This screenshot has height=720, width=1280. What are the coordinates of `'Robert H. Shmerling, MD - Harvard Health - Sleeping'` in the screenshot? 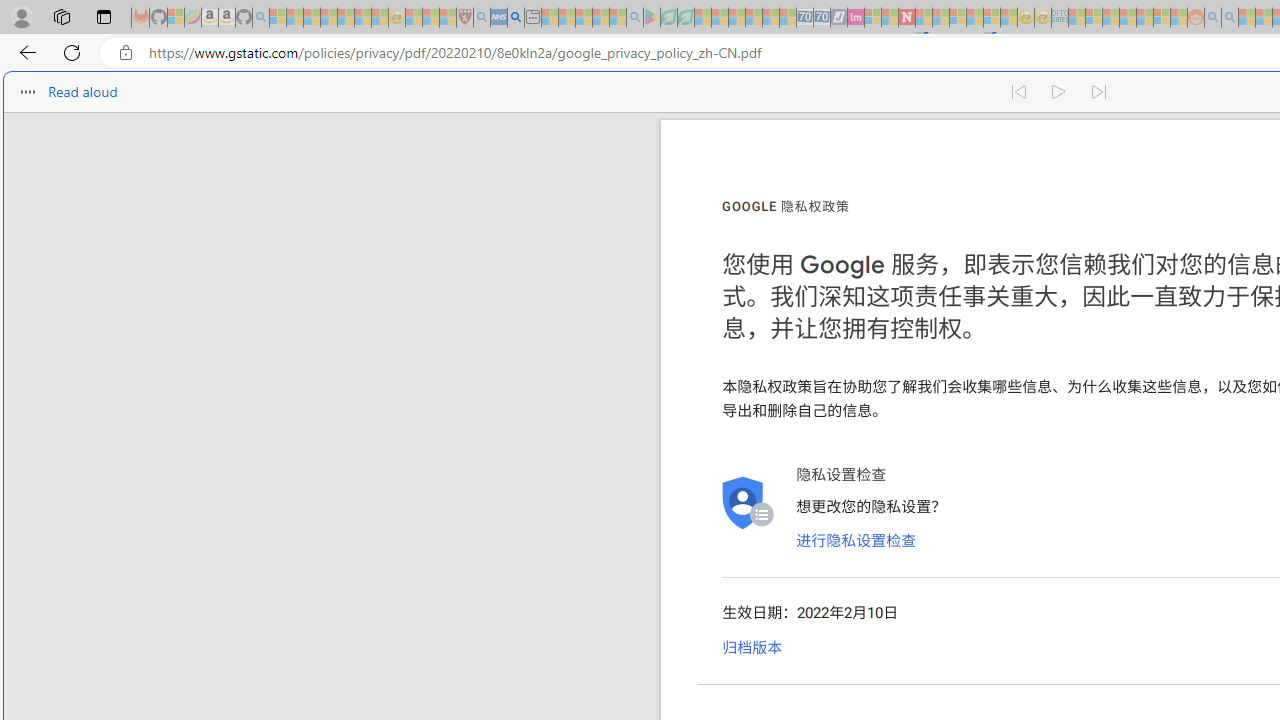 It's located at (464, 17).